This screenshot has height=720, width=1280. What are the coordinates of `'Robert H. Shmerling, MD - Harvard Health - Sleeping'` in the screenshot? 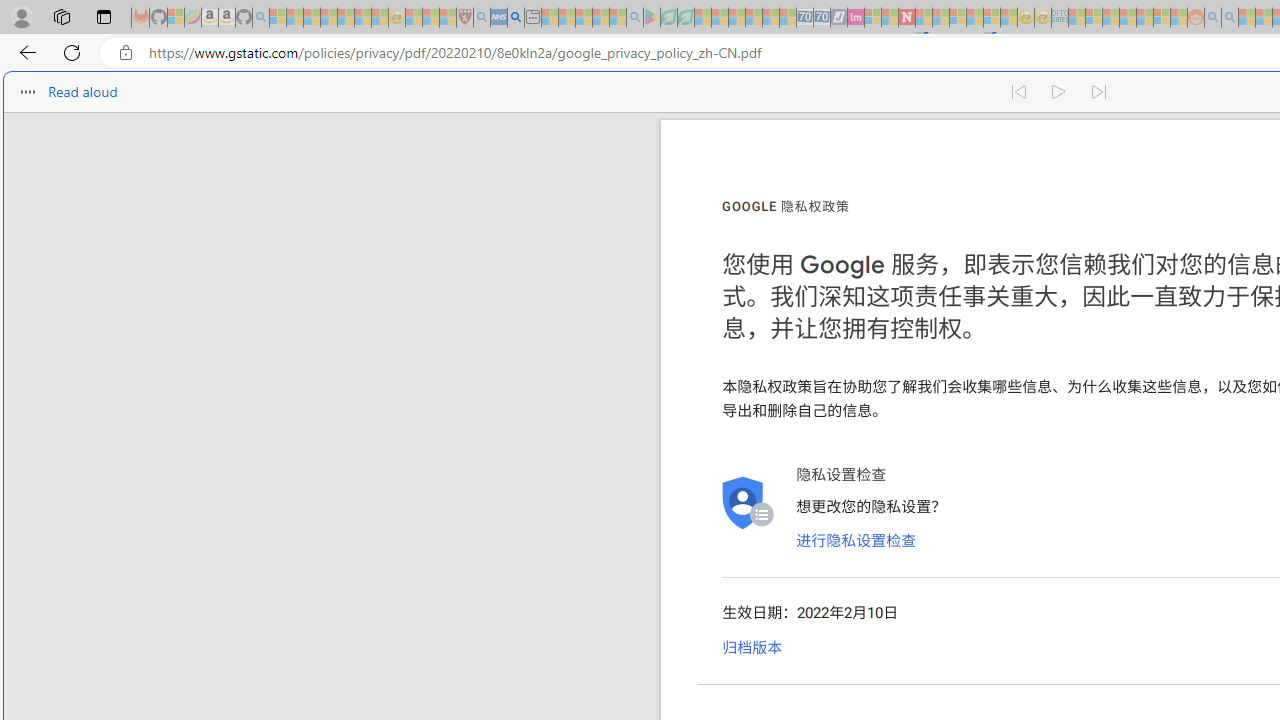 It's located at (464, 17).